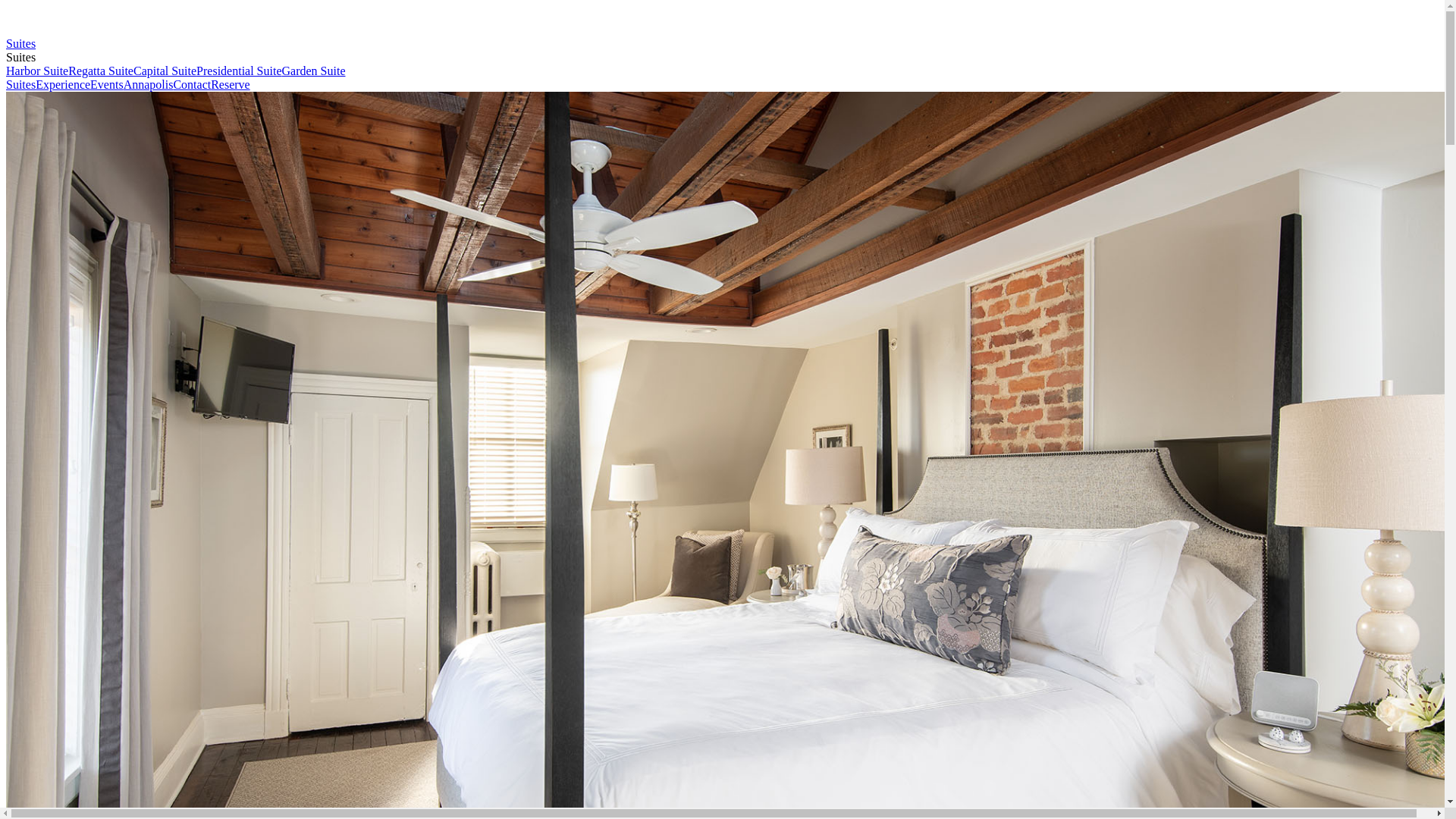 Image resolution: width=1456 pixels, height=819 pixels. Describe the element at coordinates (165, 71) in the screenshot. I see `'Capital Suite'` at that location.